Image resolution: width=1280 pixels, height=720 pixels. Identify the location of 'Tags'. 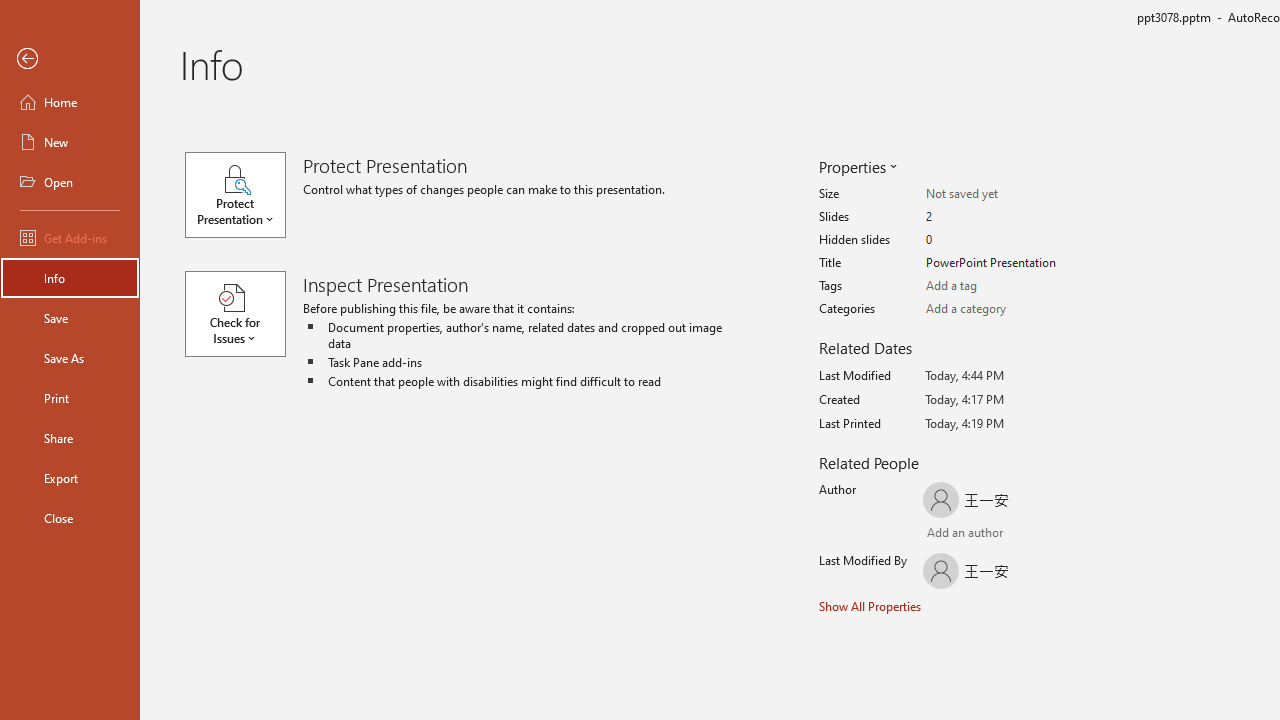
(1004, 286).